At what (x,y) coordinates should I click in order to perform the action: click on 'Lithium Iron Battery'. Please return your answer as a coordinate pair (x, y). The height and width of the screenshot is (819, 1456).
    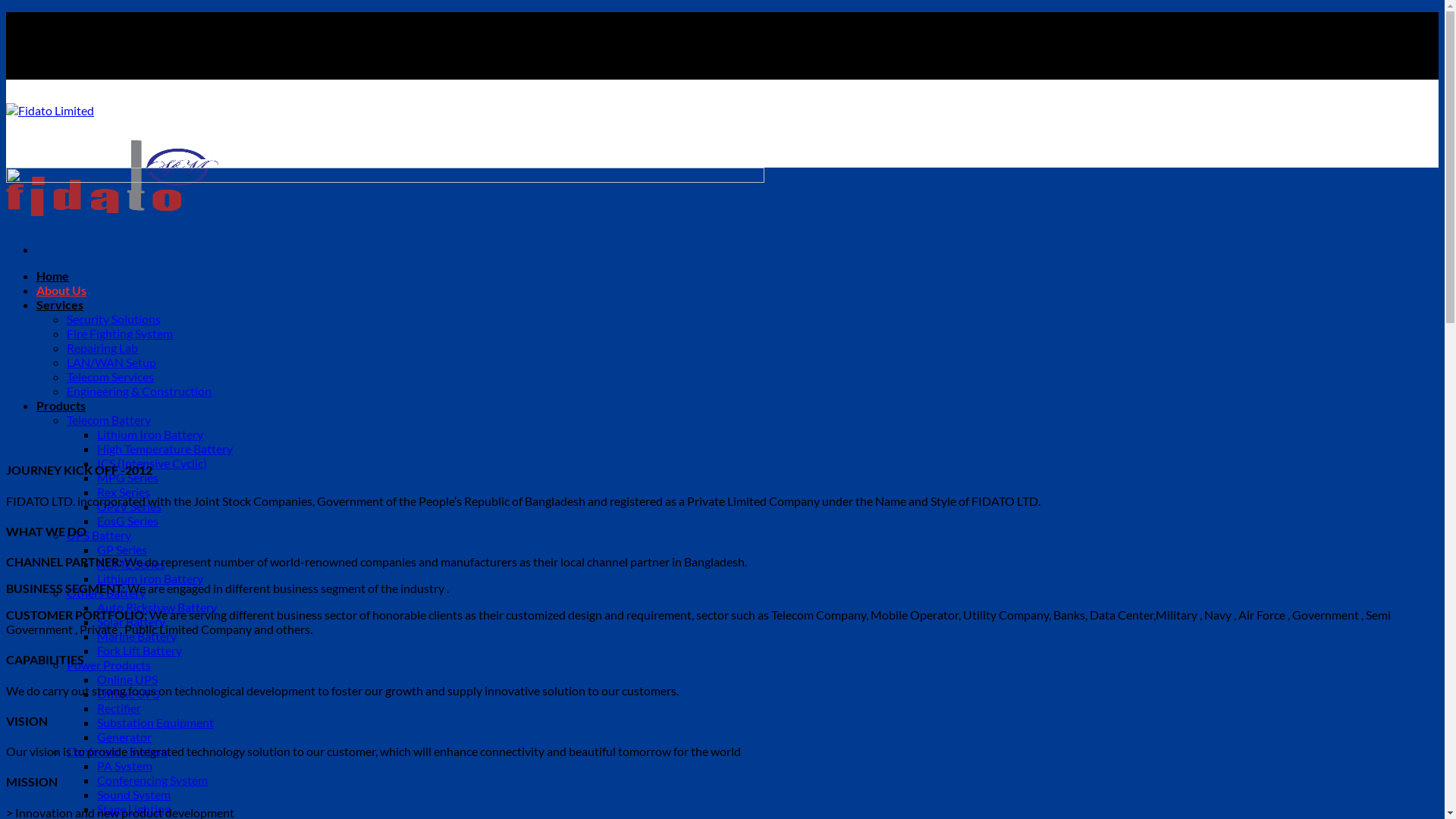
    Looking at the image, I should click on (149, 434).